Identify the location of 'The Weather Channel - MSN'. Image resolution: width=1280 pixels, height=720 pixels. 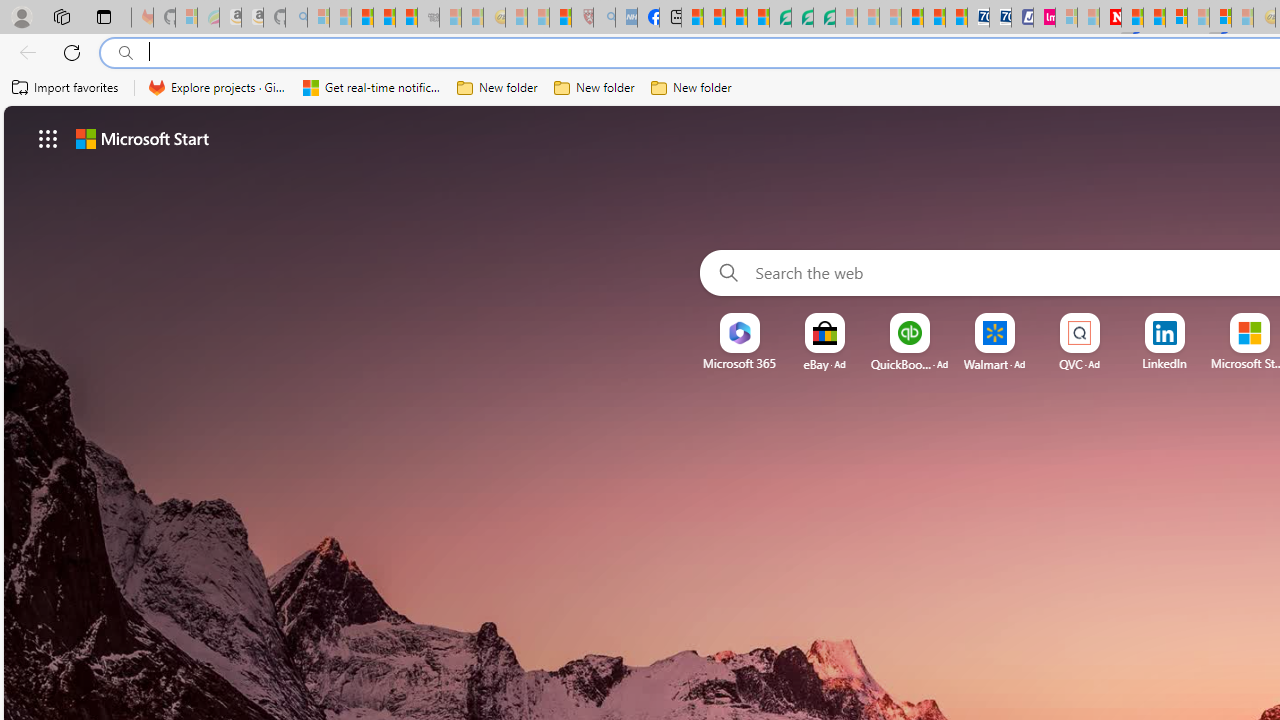
(362, 17).